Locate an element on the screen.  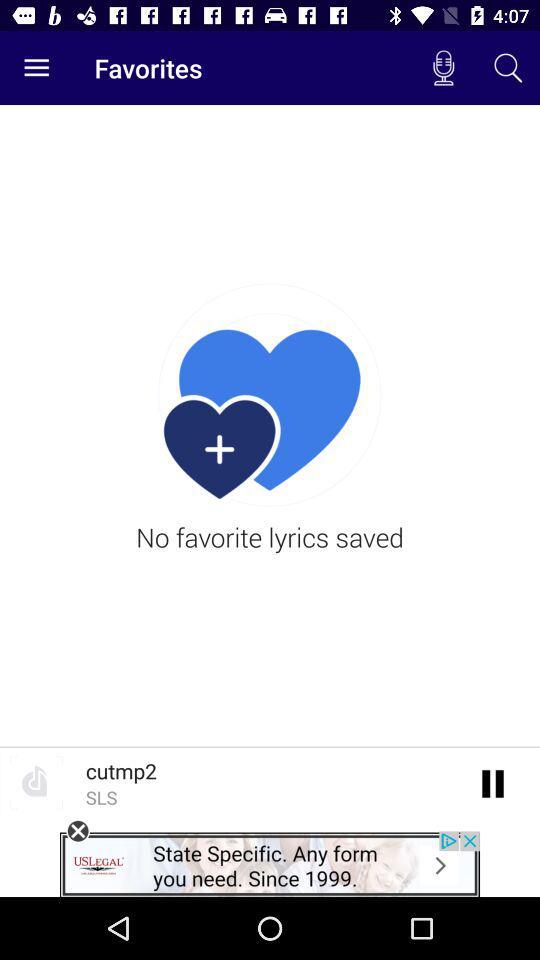
advert is located at coordinates (270, 863).